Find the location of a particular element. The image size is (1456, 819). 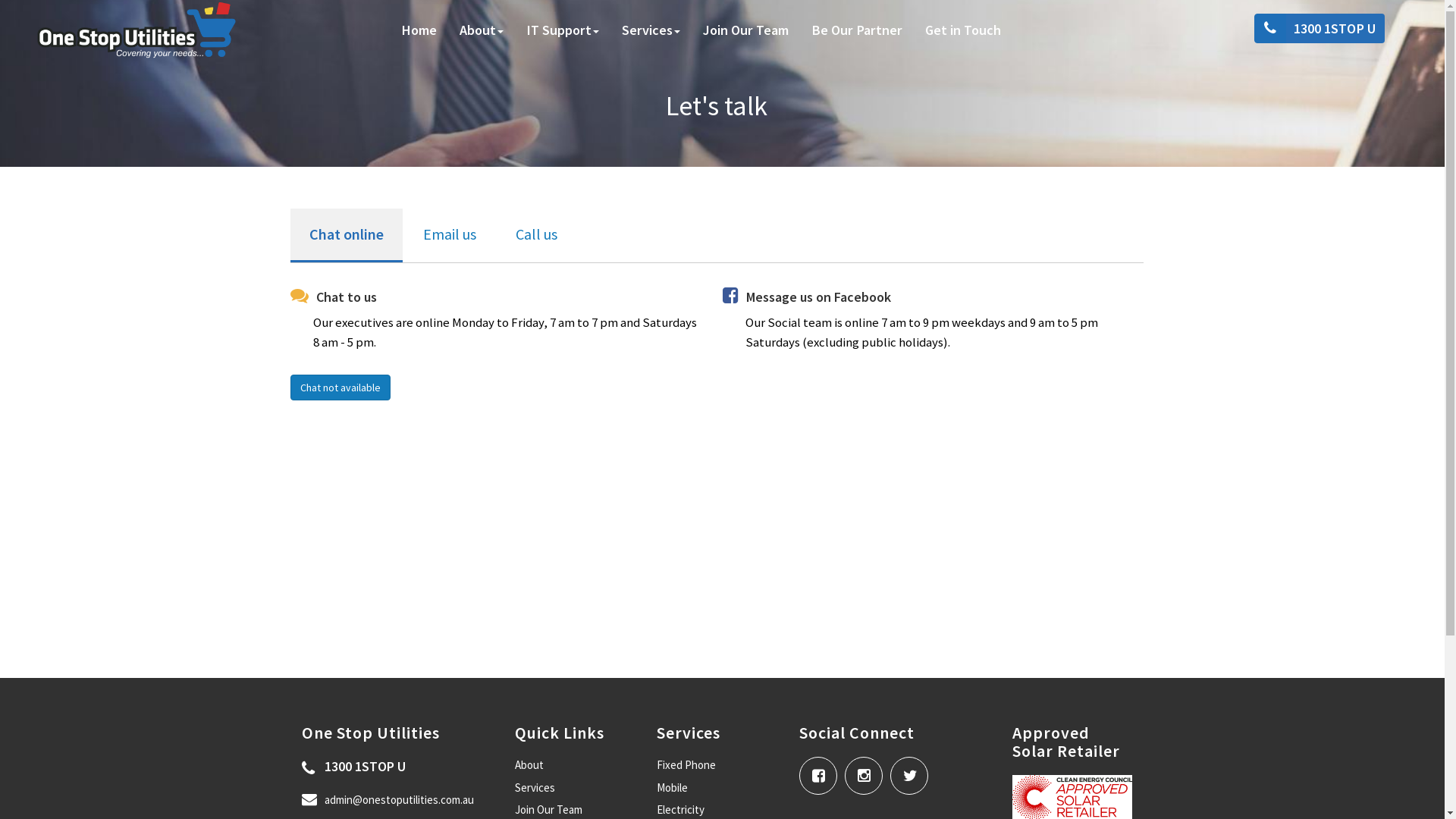

'Chat not available' is located at coordinates (290, 386).